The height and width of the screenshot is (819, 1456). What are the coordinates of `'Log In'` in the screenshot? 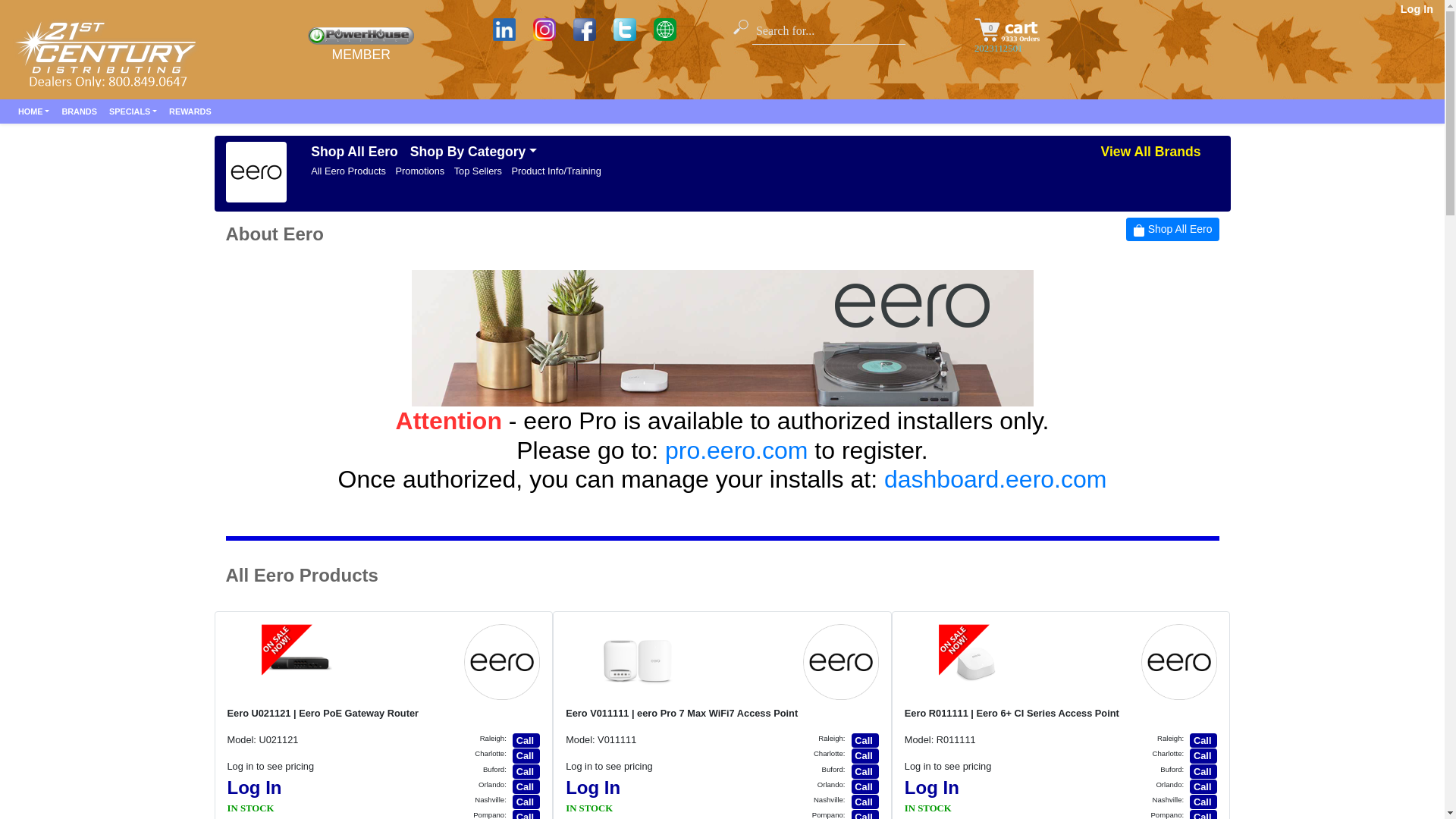 It's located at (1416, 8).